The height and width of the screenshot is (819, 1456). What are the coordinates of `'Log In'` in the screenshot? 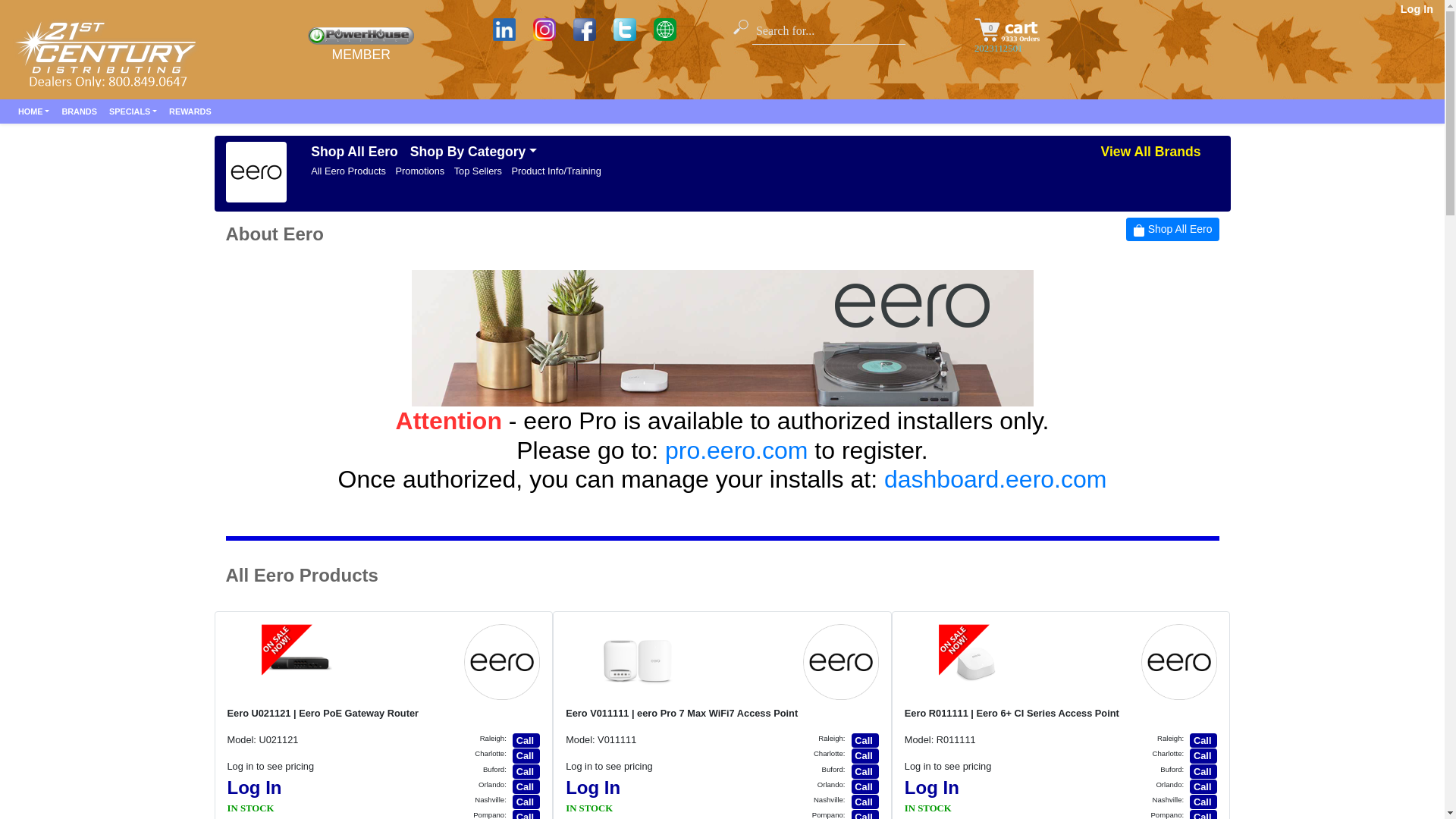 It's located at (1416, 8).